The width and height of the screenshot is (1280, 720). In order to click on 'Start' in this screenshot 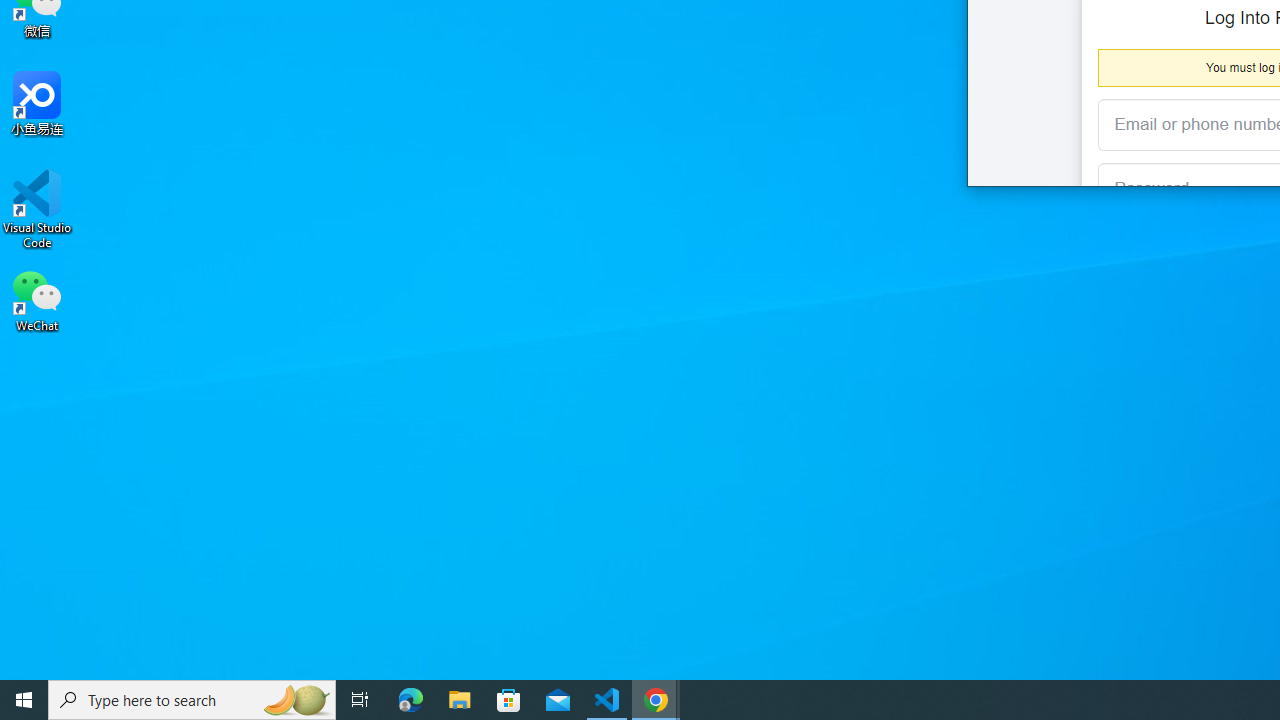, I will do `click(24, 698)`.